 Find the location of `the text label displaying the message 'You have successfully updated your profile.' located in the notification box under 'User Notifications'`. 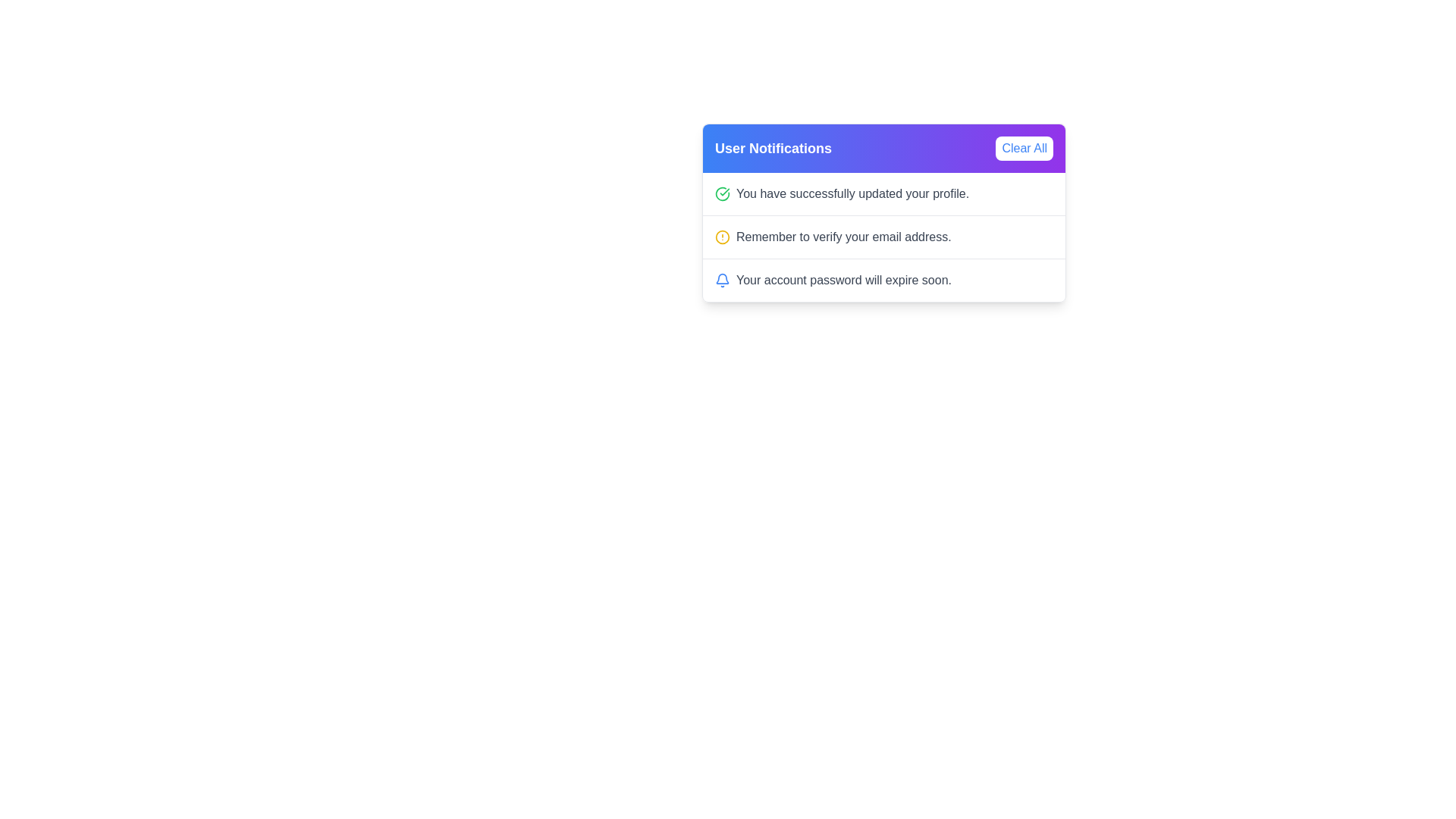

the text label displaying the message 'You have successfully updated your profile.' located in the notification box under 'User Notifications' is located at coordinates (852, 193).